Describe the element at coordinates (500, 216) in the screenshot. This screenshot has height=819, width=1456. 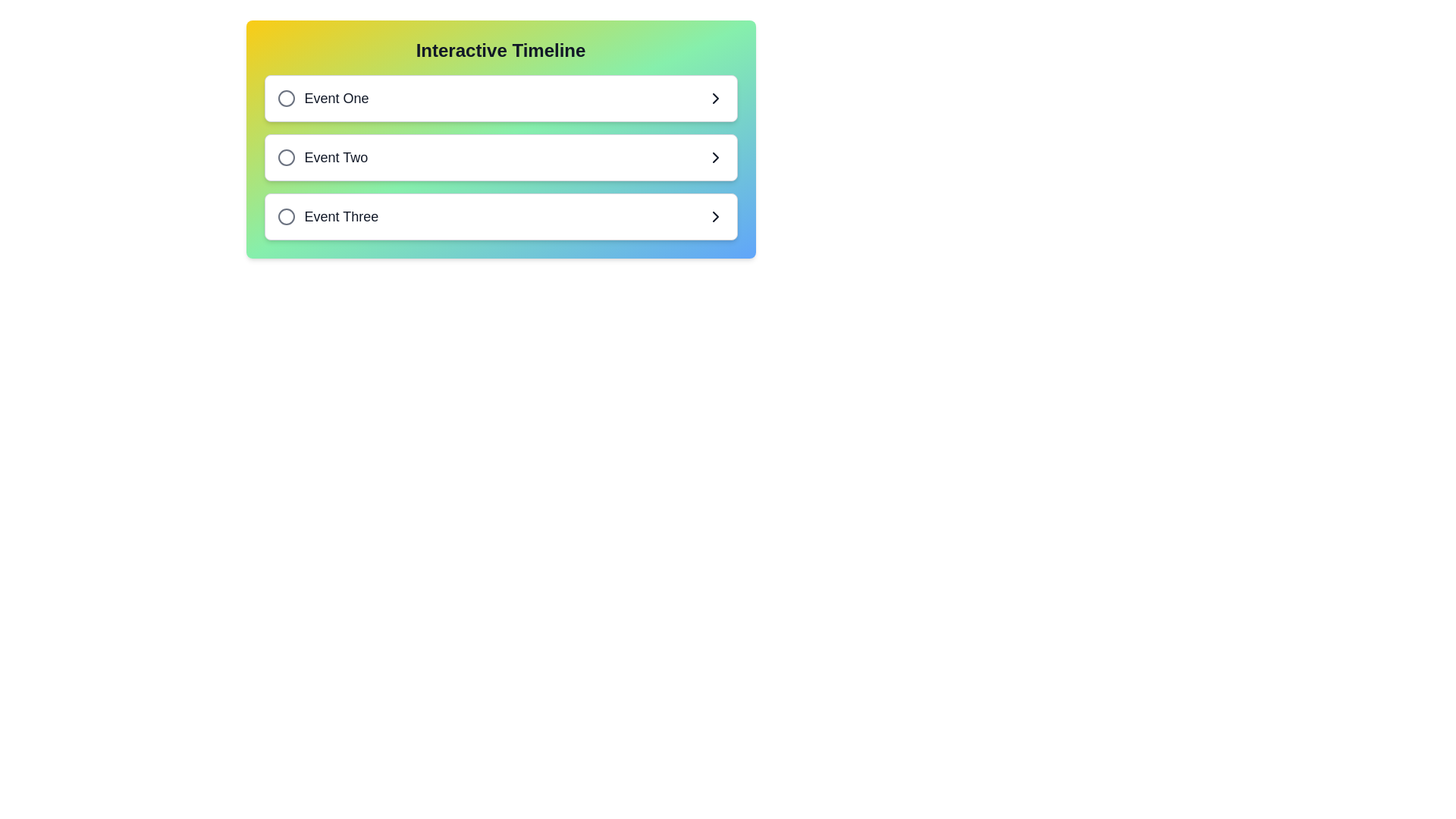
I see `the third selectable list item representing 'Event Three'` at that location.